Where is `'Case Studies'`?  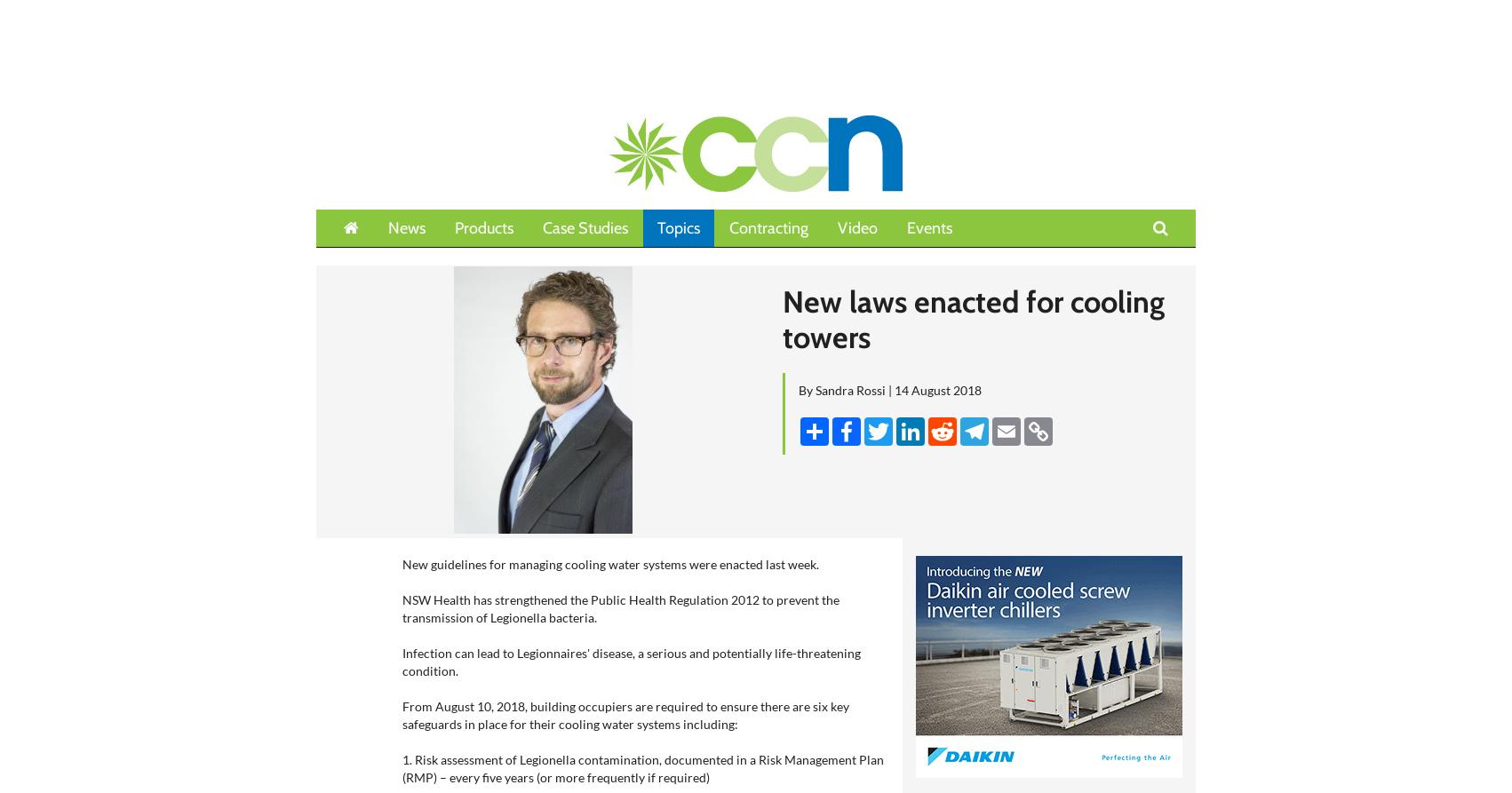 'Case Studies' is located at coordinates (585, 227).